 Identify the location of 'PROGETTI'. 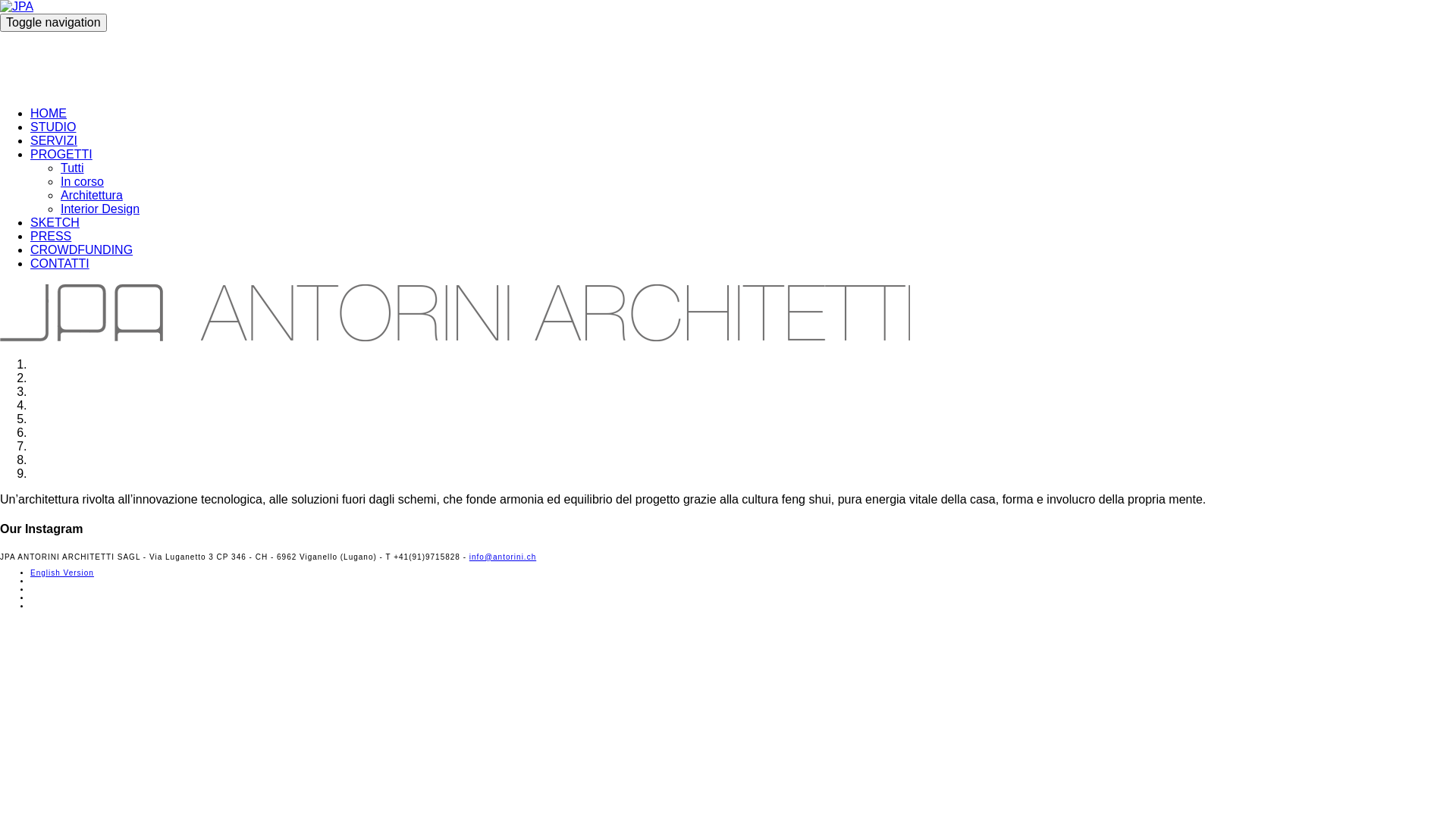
(61, 154).